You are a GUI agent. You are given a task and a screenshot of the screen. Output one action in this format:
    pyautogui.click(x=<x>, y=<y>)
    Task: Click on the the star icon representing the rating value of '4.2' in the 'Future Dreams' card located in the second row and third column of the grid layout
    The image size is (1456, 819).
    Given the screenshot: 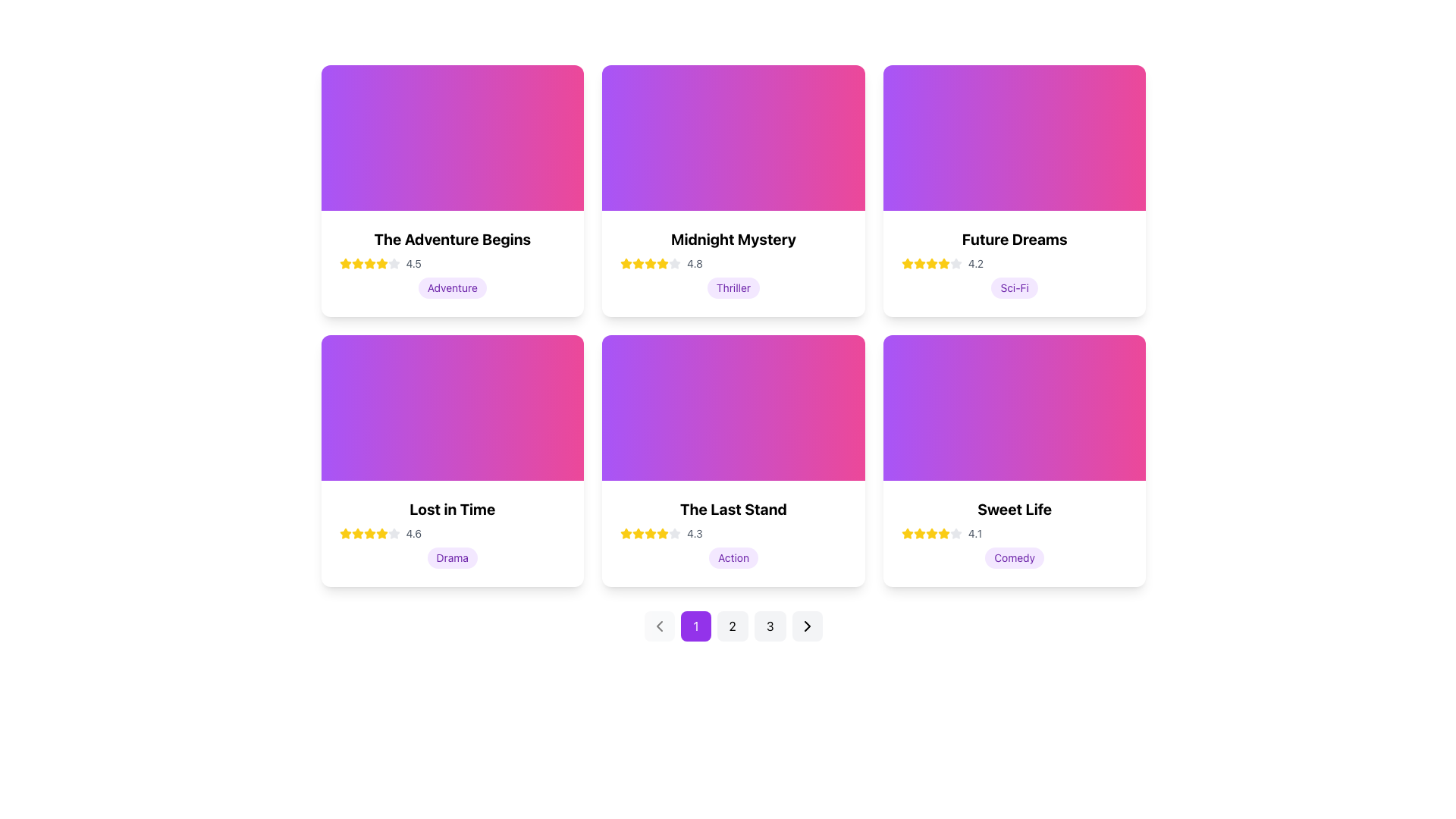 What is the action you would take?
    pyautogui.click(x=907, y=262)
    